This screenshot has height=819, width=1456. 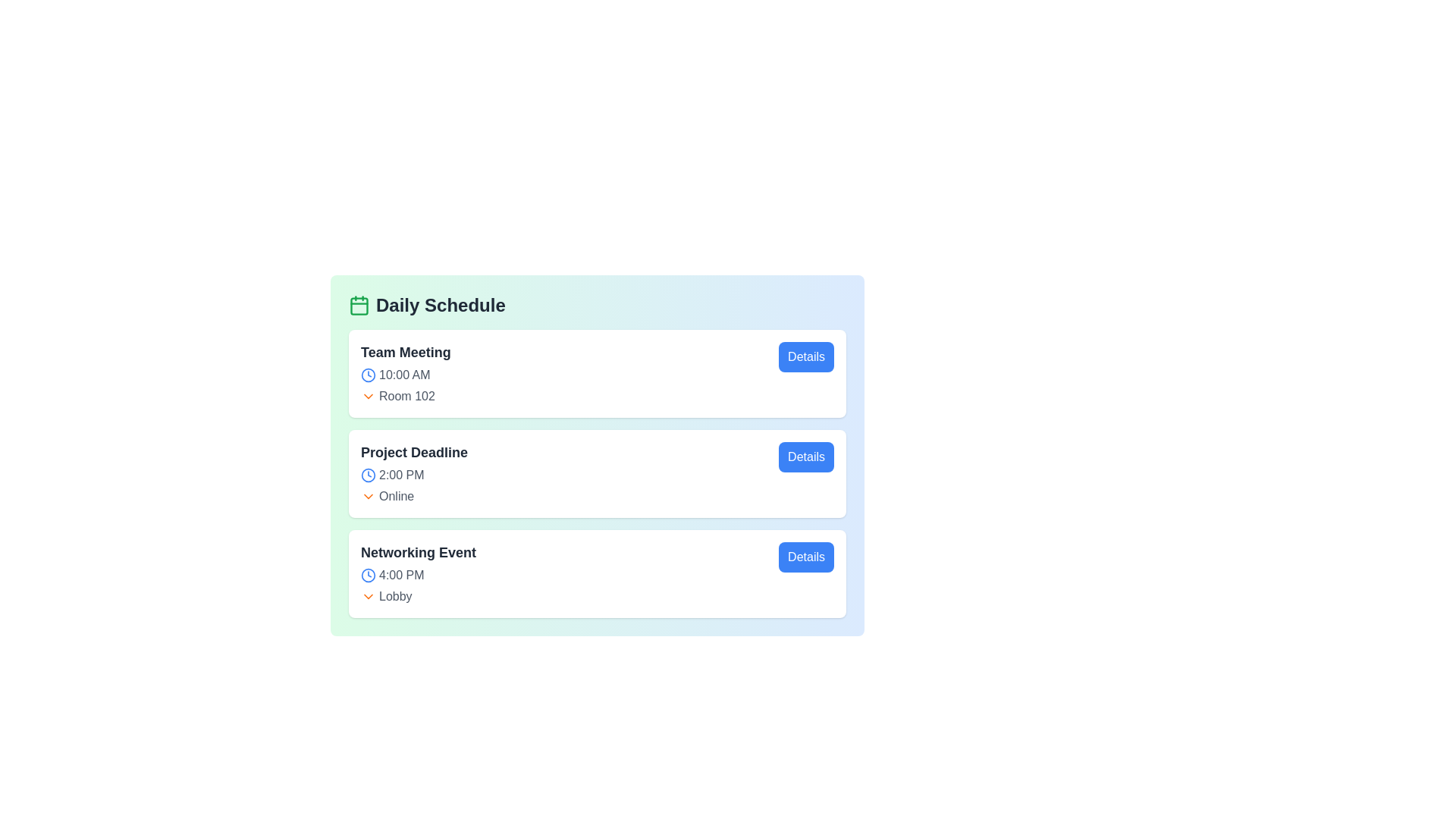 I want to click on the clock icon, which is blue and located at the upper-left corner of the '10:00 AM' time label, so click(x=368, y=375).